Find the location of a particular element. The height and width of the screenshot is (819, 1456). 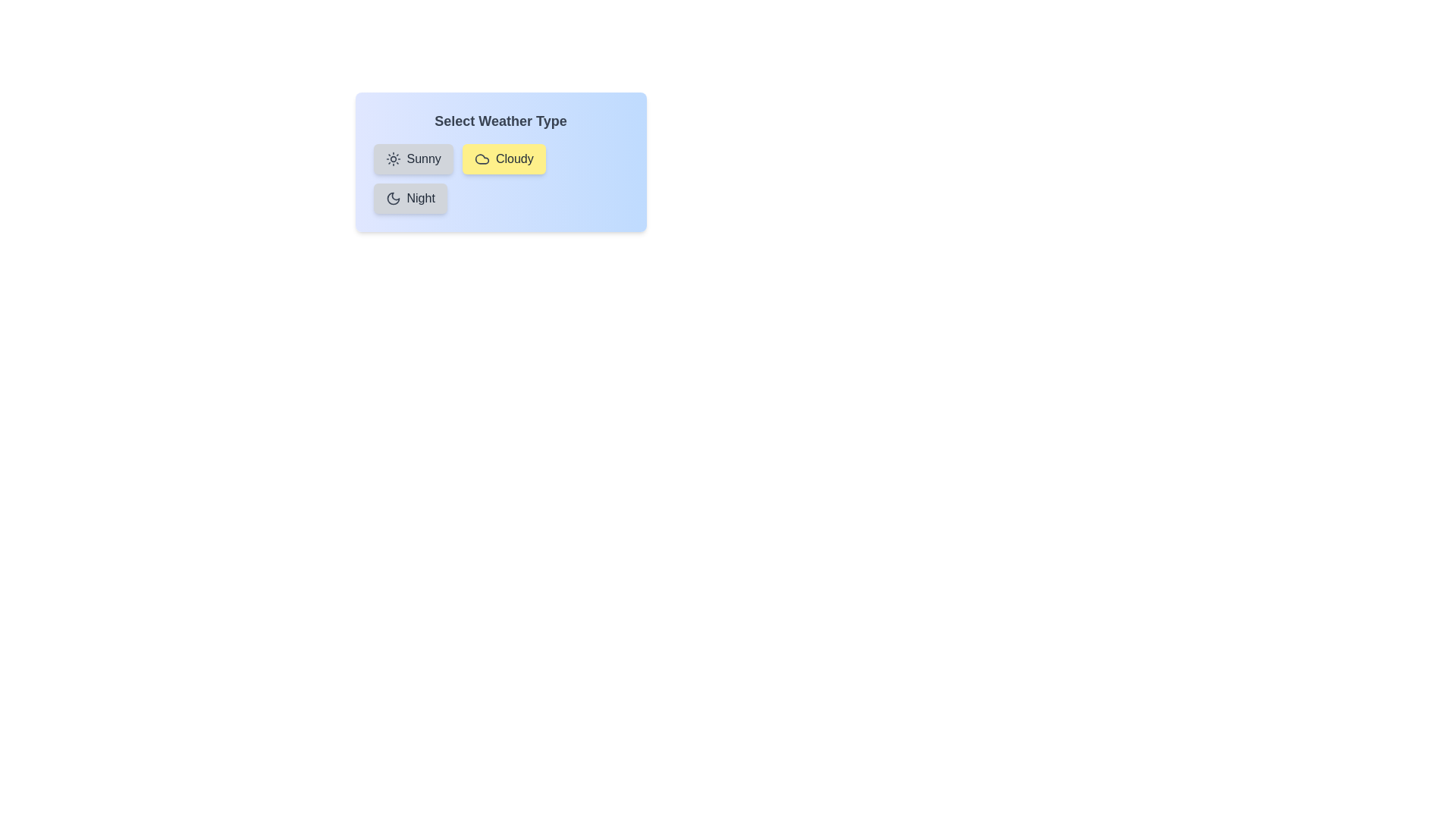

the icon of the weather type Night is located at coordinates (393, 198).